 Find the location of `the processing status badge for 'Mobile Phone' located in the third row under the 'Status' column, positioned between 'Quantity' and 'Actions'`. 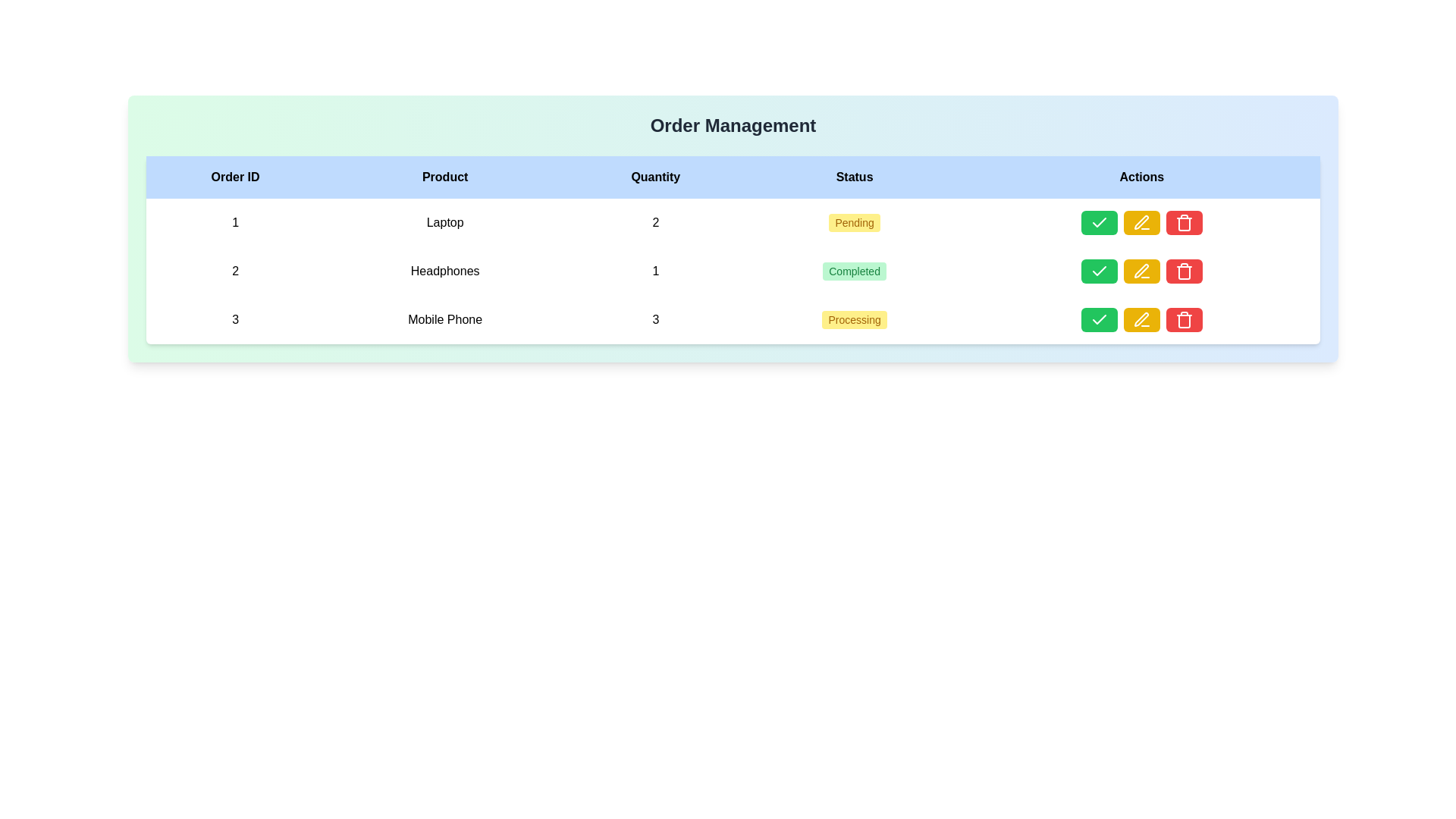

the processing status badge for 'Mobile Phone' located in the third row under the 'Status' column, positioned between 'Quantity' and 'Actions' is located at coordinates (855, 318).